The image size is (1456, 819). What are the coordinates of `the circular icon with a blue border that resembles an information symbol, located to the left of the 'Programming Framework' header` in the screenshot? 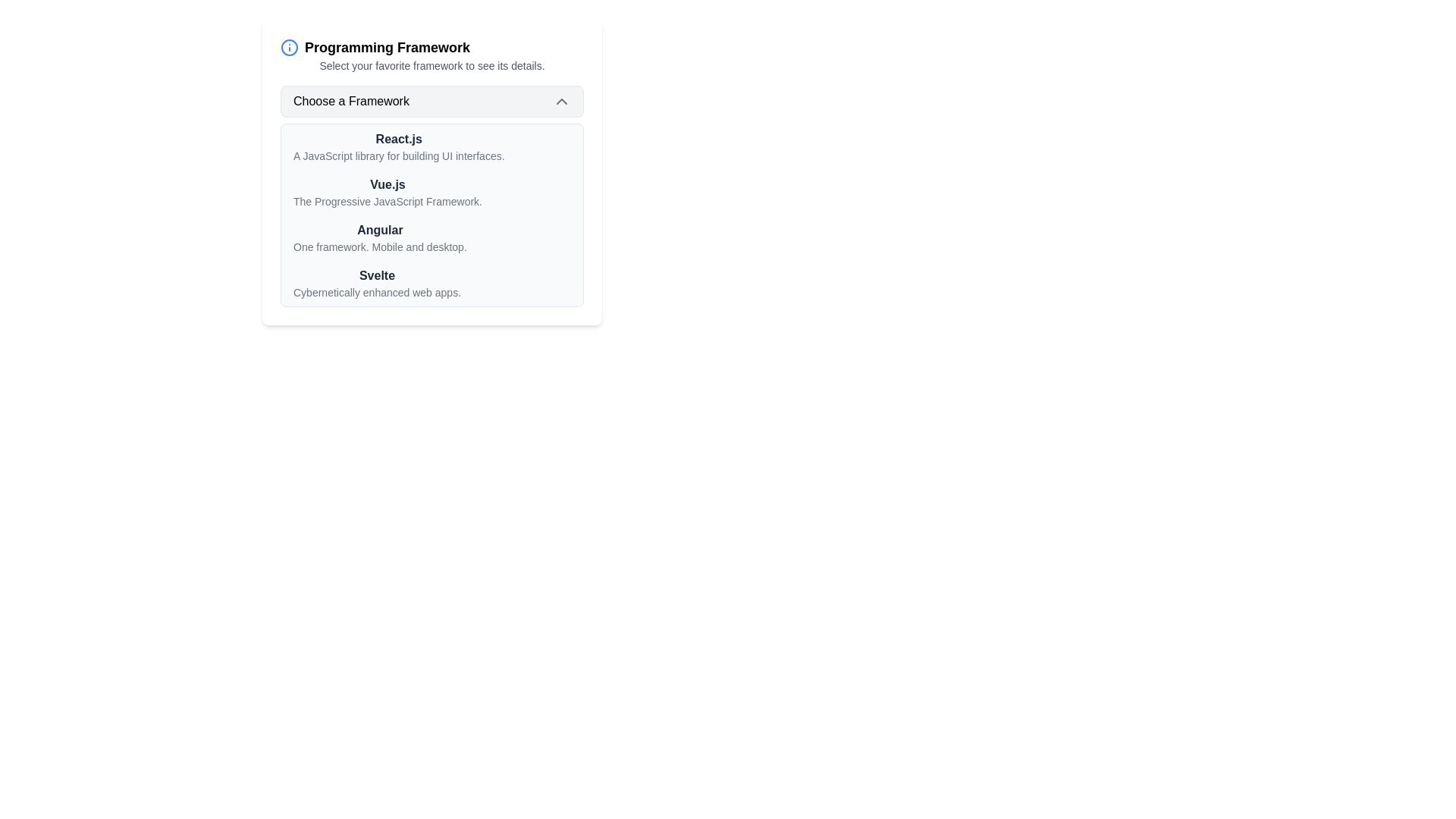 It's located at (290, 46).